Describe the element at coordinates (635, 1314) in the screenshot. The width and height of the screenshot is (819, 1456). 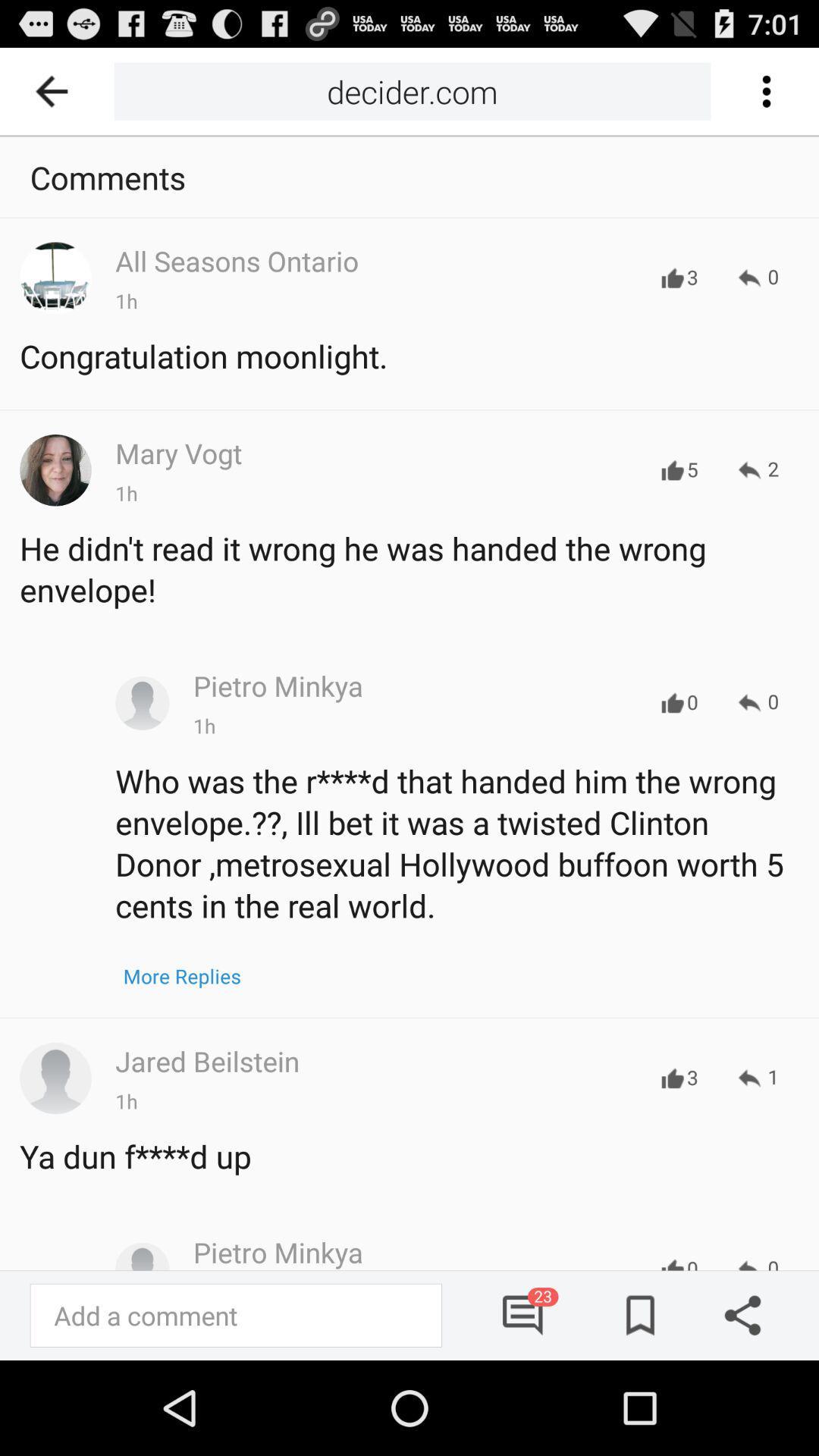
I see `saved news button` at that location.